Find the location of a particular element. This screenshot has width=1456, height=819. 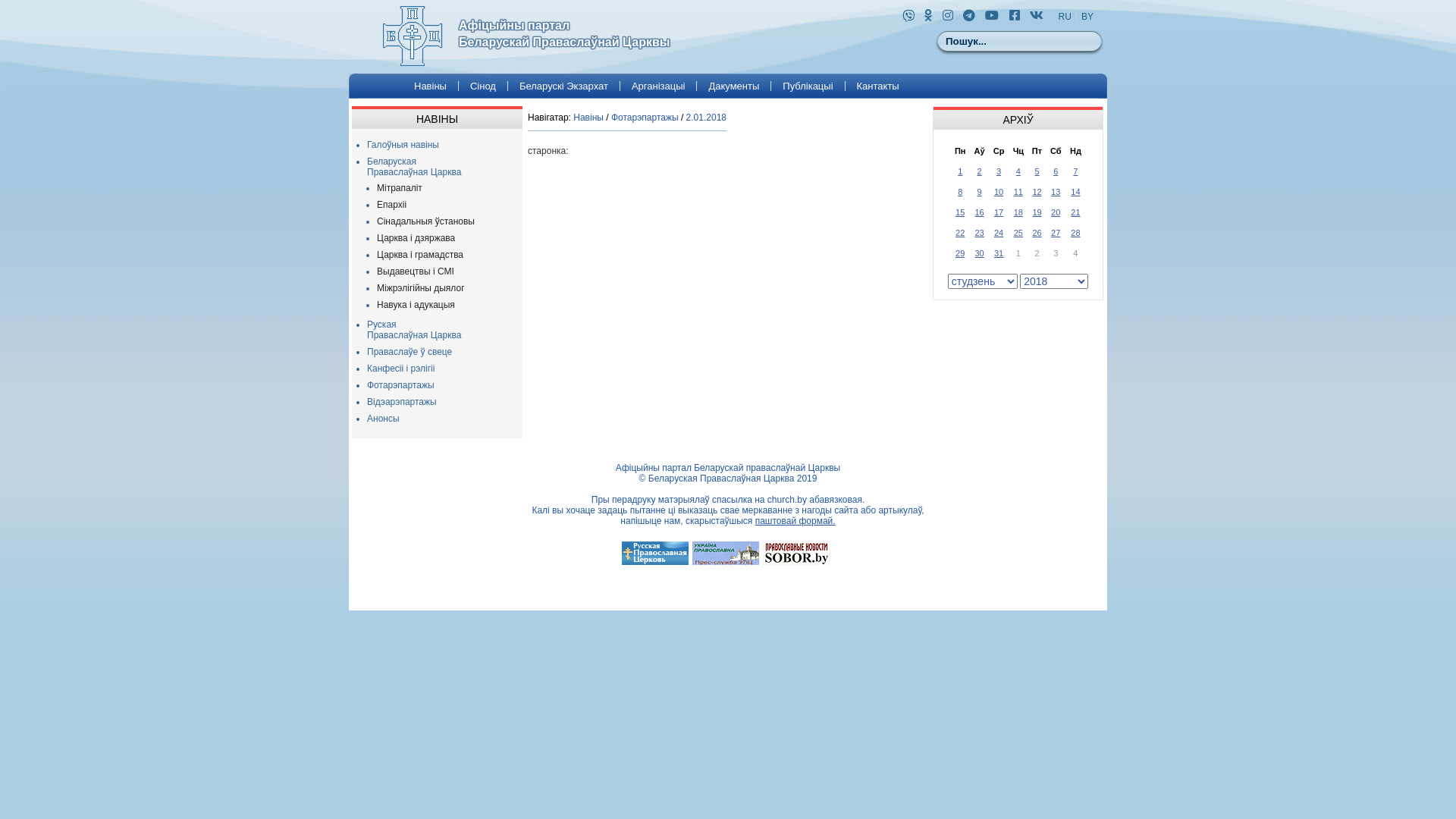

'27' is located at coordinates (1055, 231).